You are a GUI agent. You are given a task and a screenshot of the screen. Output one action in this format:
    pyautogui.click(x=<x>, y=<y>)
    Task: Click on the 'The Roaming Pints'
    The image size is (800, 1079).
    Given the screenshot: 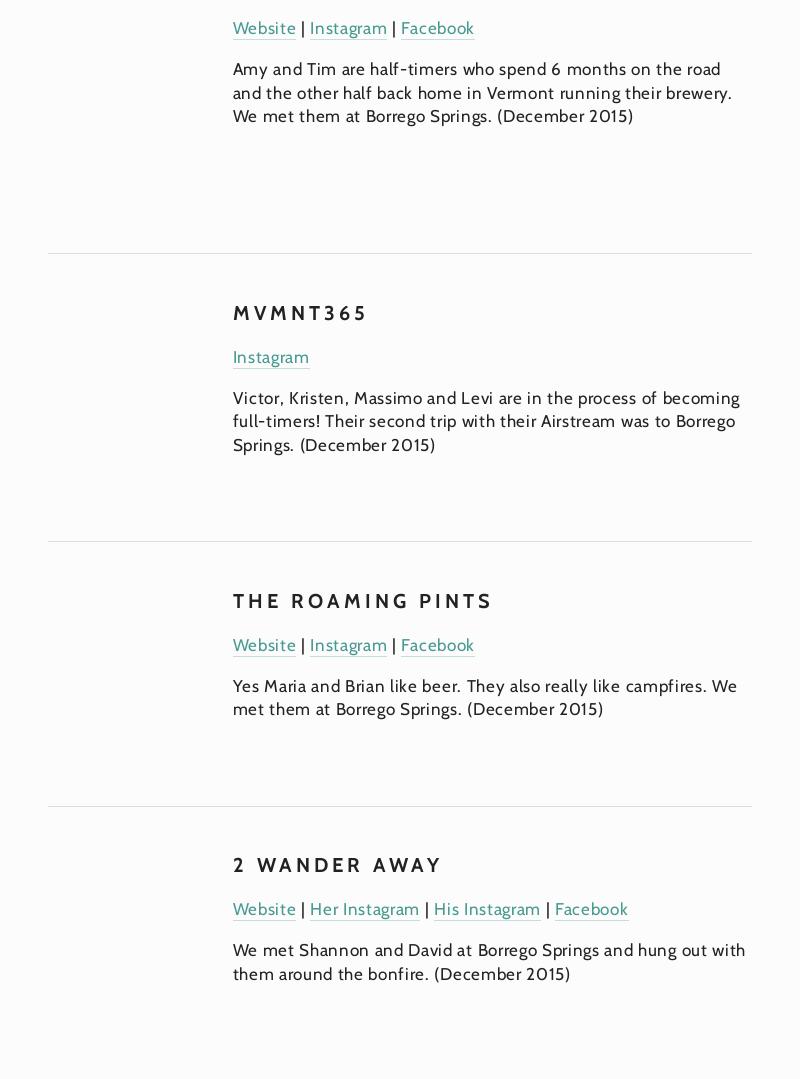 What is the action you would take?
    pyautogui.click(x=362, y=600)
    